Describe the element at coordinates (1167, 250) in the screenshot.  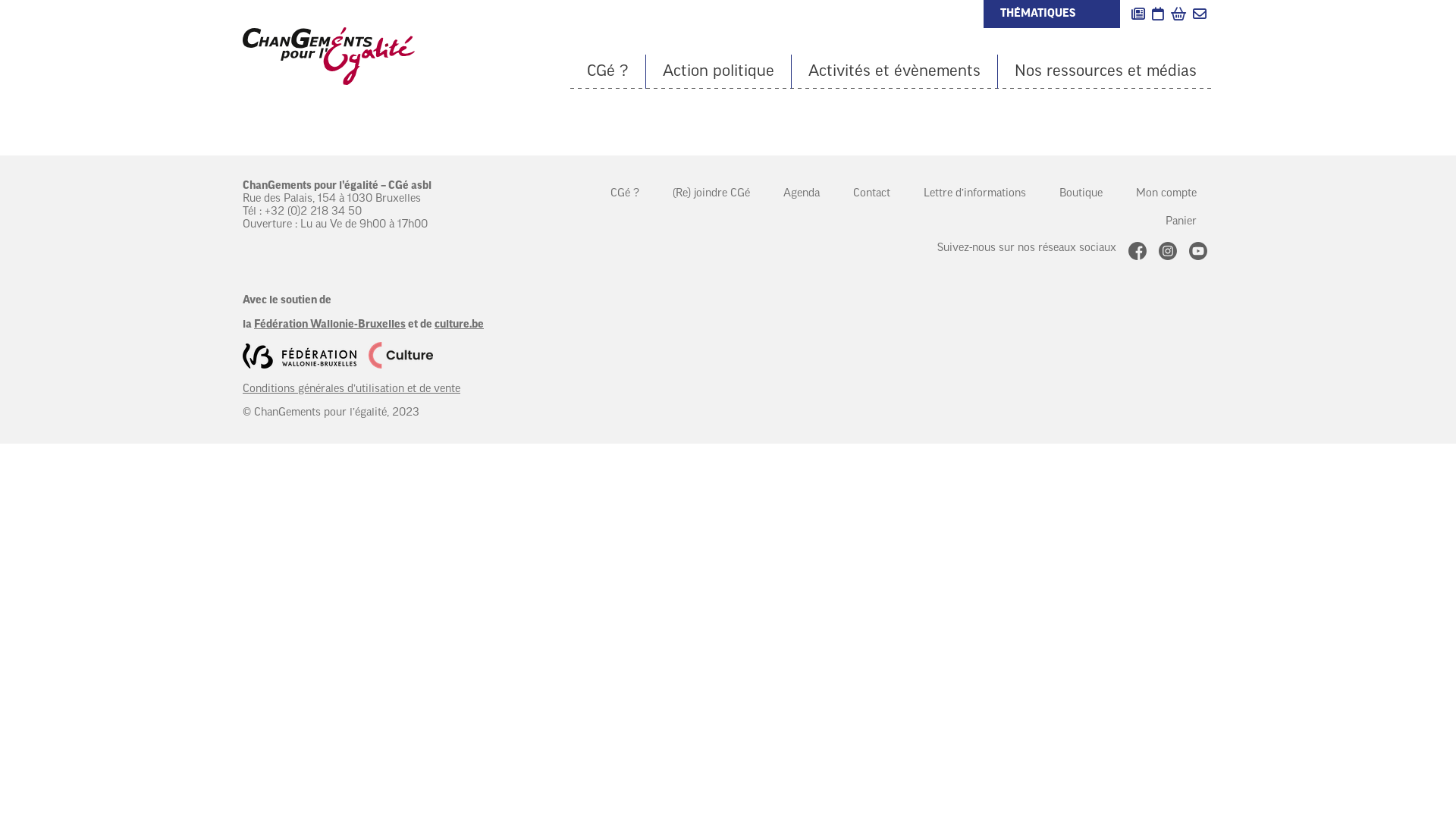
I see `'Instagram'` at that location.